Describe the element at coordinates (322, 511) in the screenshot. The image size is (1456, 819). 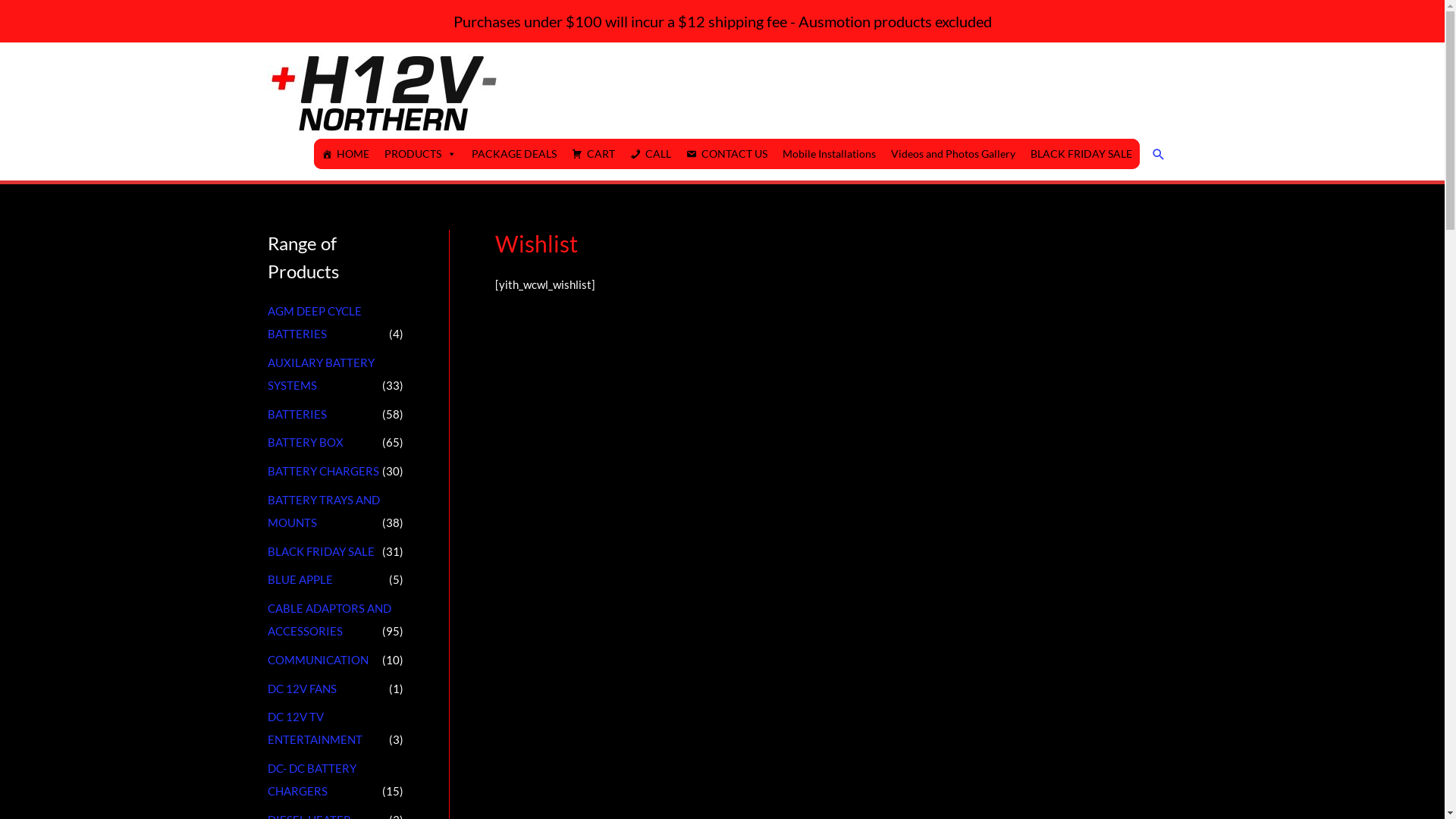
I see `'BATTERY TRAYS AND MOUNTS'` at that location.